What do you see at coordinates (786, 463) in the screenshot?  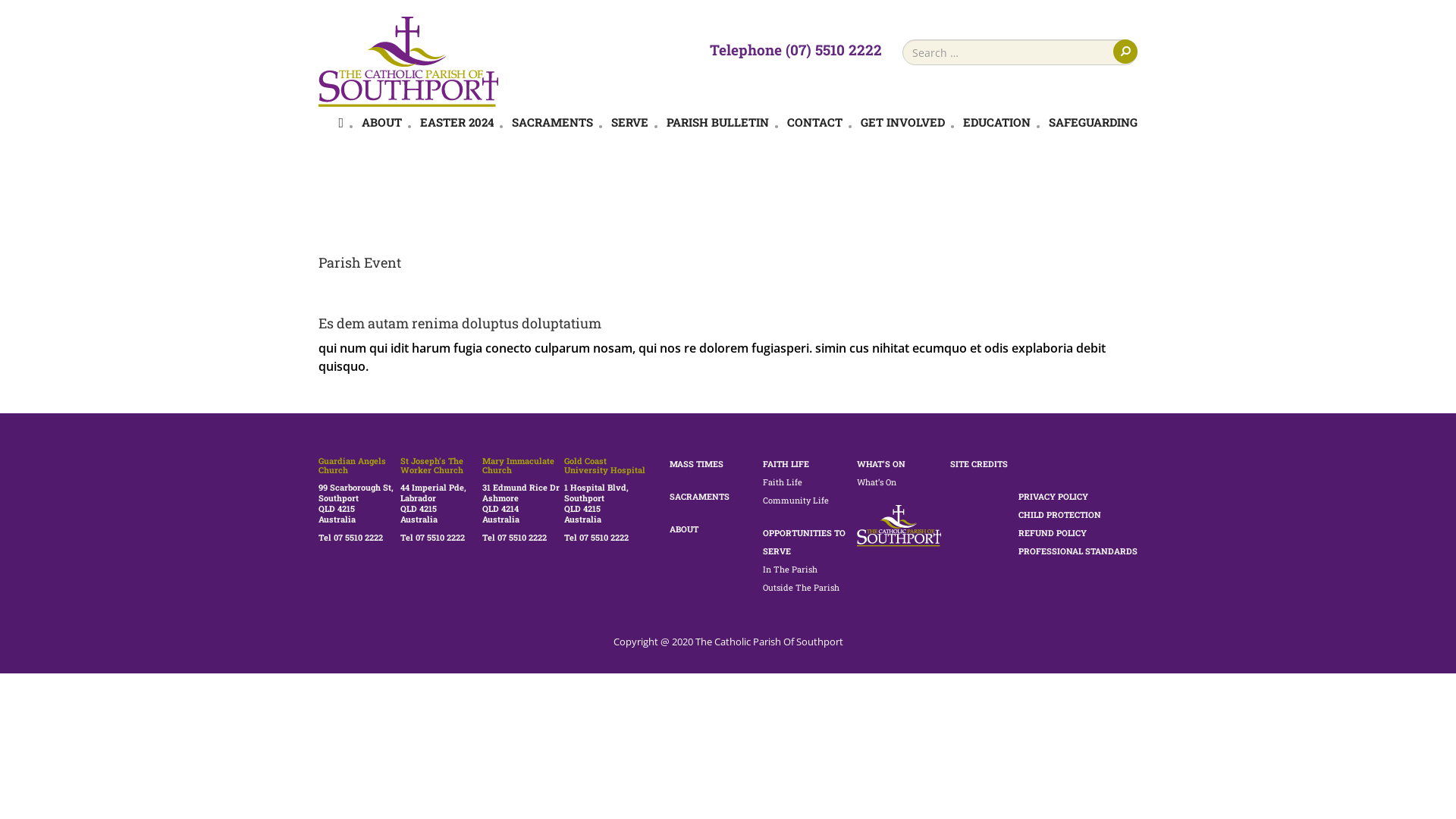 I see `'FAITH LIFE'` at bounding box center [786, 463].